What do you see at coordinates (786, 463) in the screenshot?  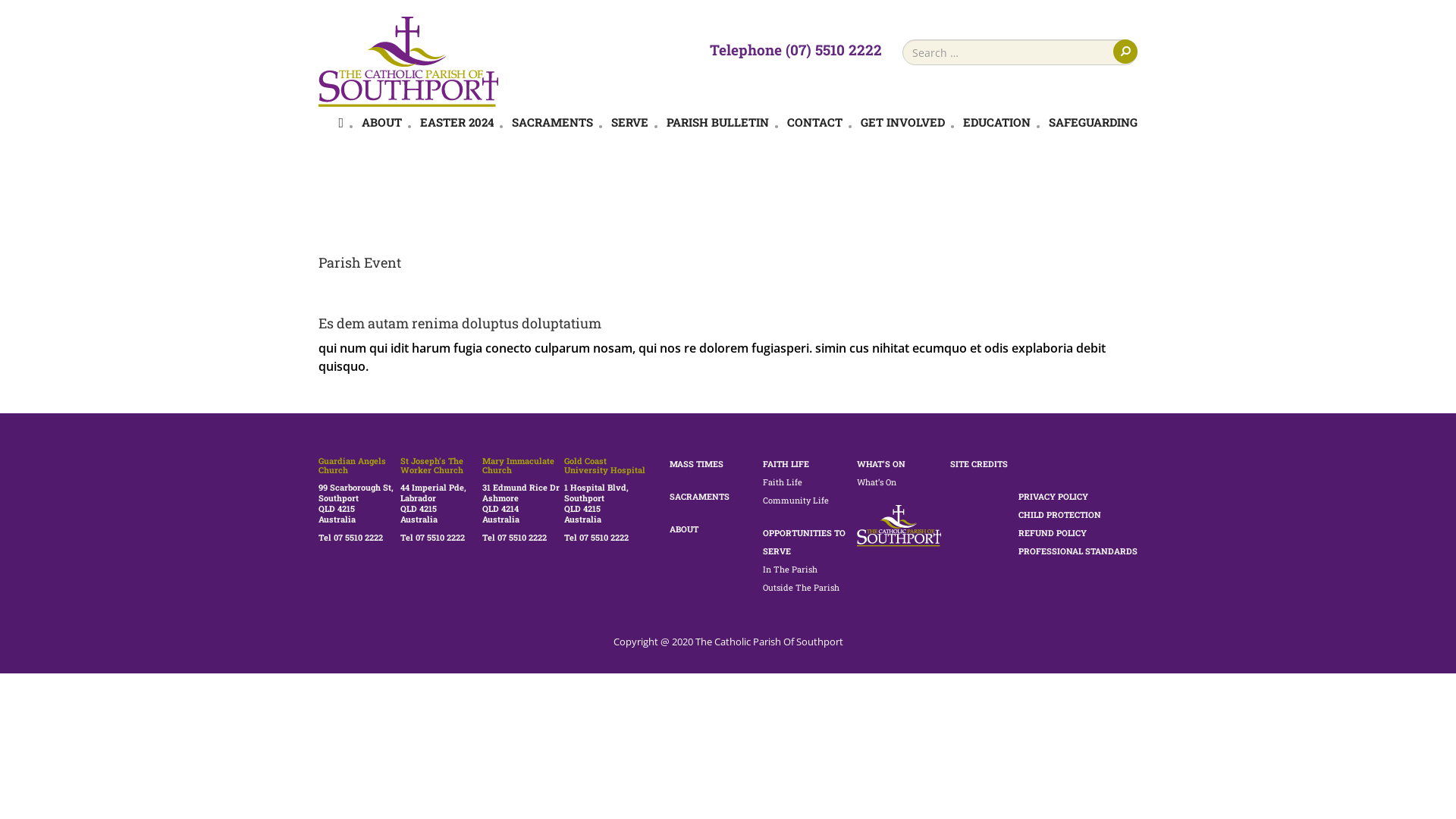 I see `'FAITH LIFE'` at bounding box center [786, 463].